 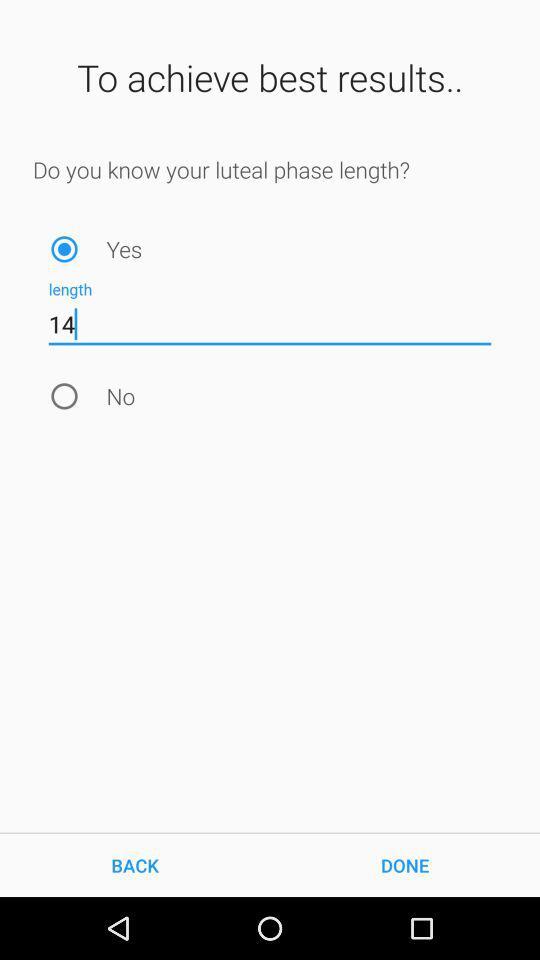 I want to click on no, so click(x=64, y=395).